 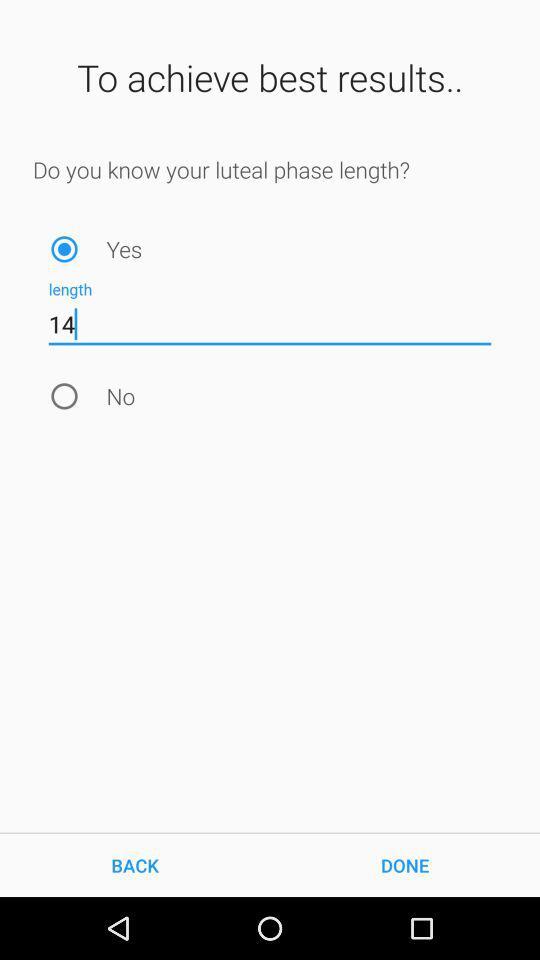 I want to click on no, so click(x=64, y=395).